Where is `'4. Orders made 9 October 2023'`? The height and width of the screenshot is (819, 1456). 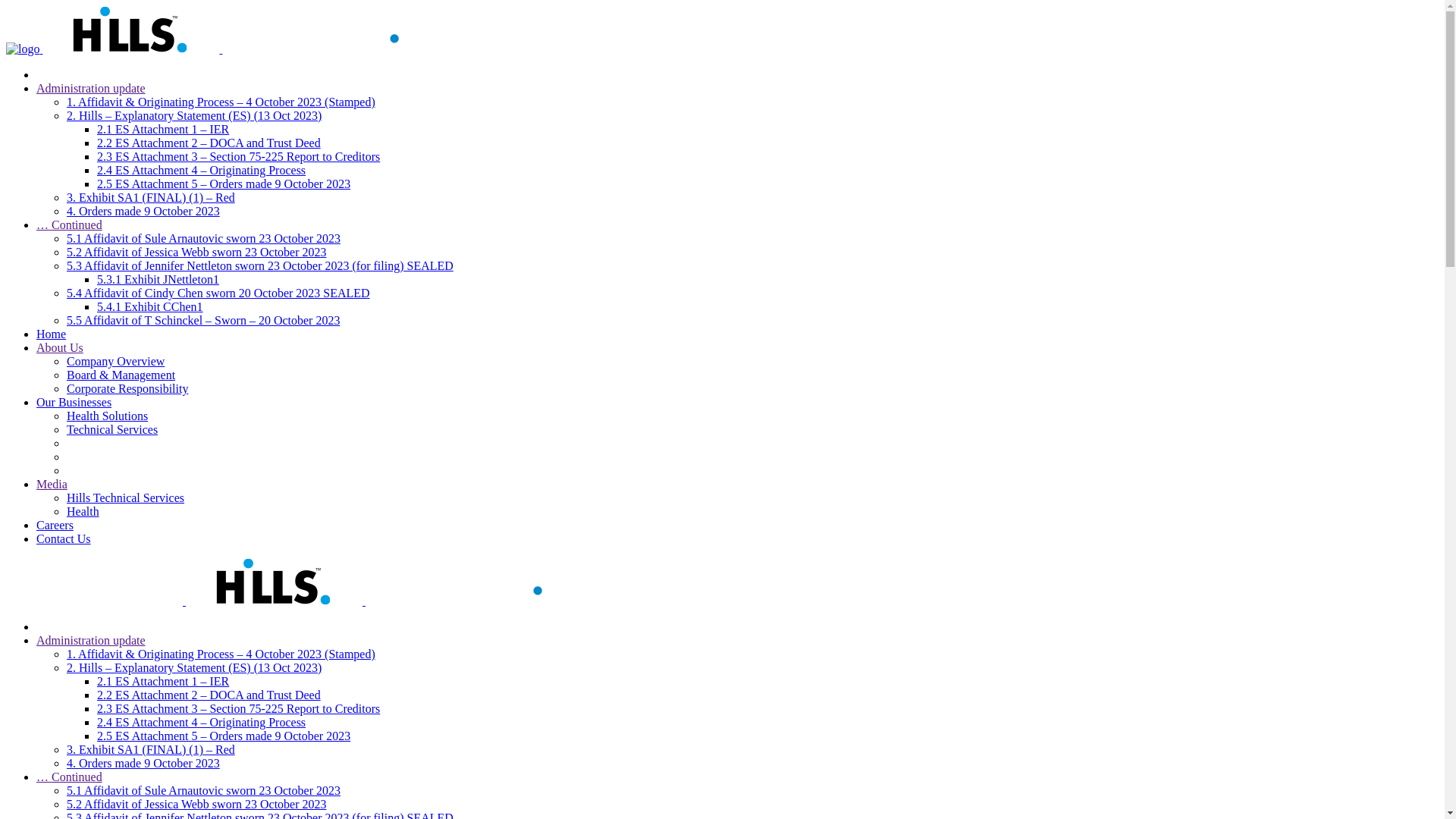
'4. Orders made 9 October 2023' is located at coordinates (143, 211).